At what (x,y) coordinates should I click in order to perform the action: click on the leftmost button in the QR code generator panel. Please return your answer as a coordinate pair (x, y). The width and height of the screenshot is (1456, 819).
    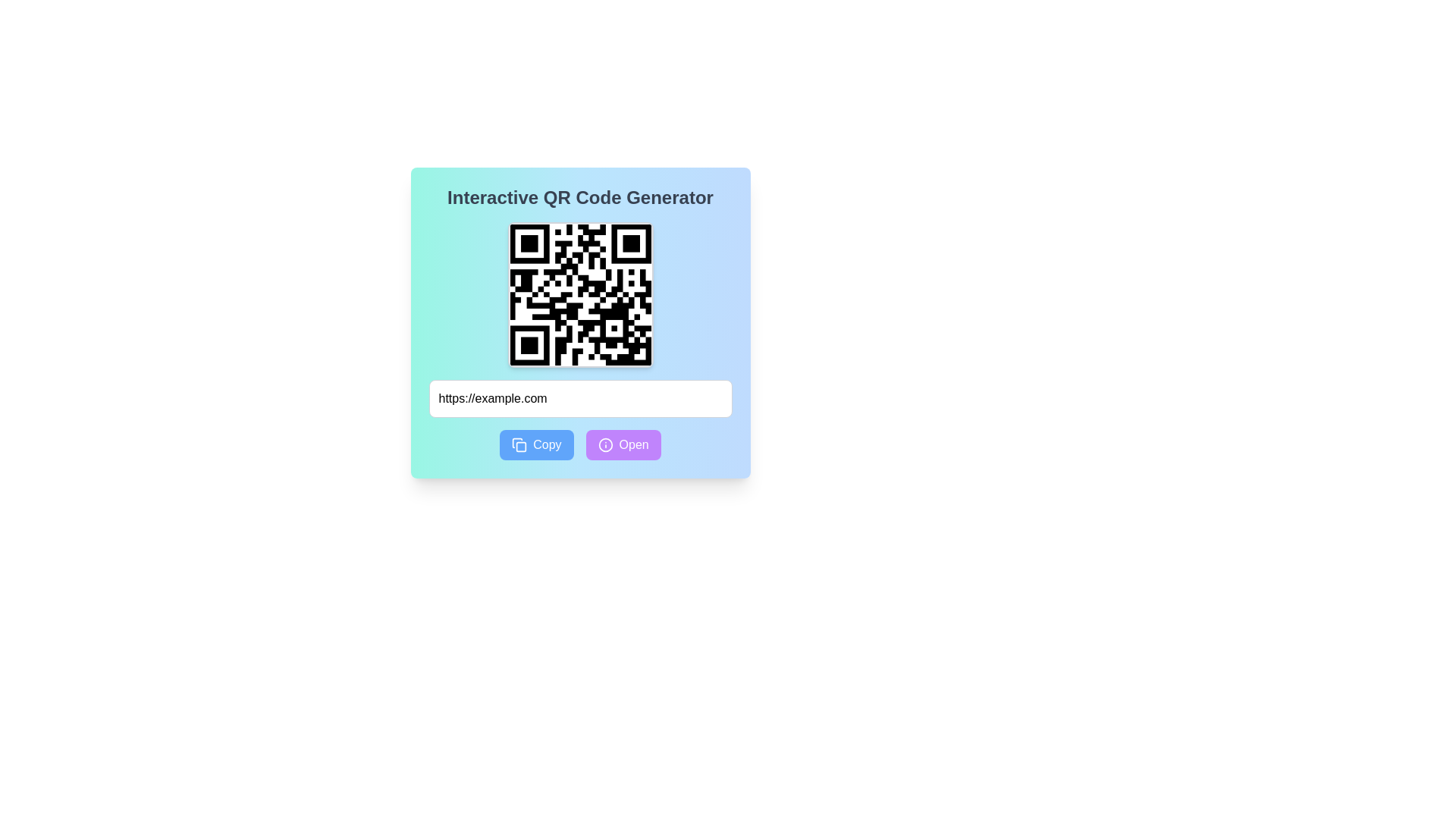
    Looking at the image, I should click on (536, 444).